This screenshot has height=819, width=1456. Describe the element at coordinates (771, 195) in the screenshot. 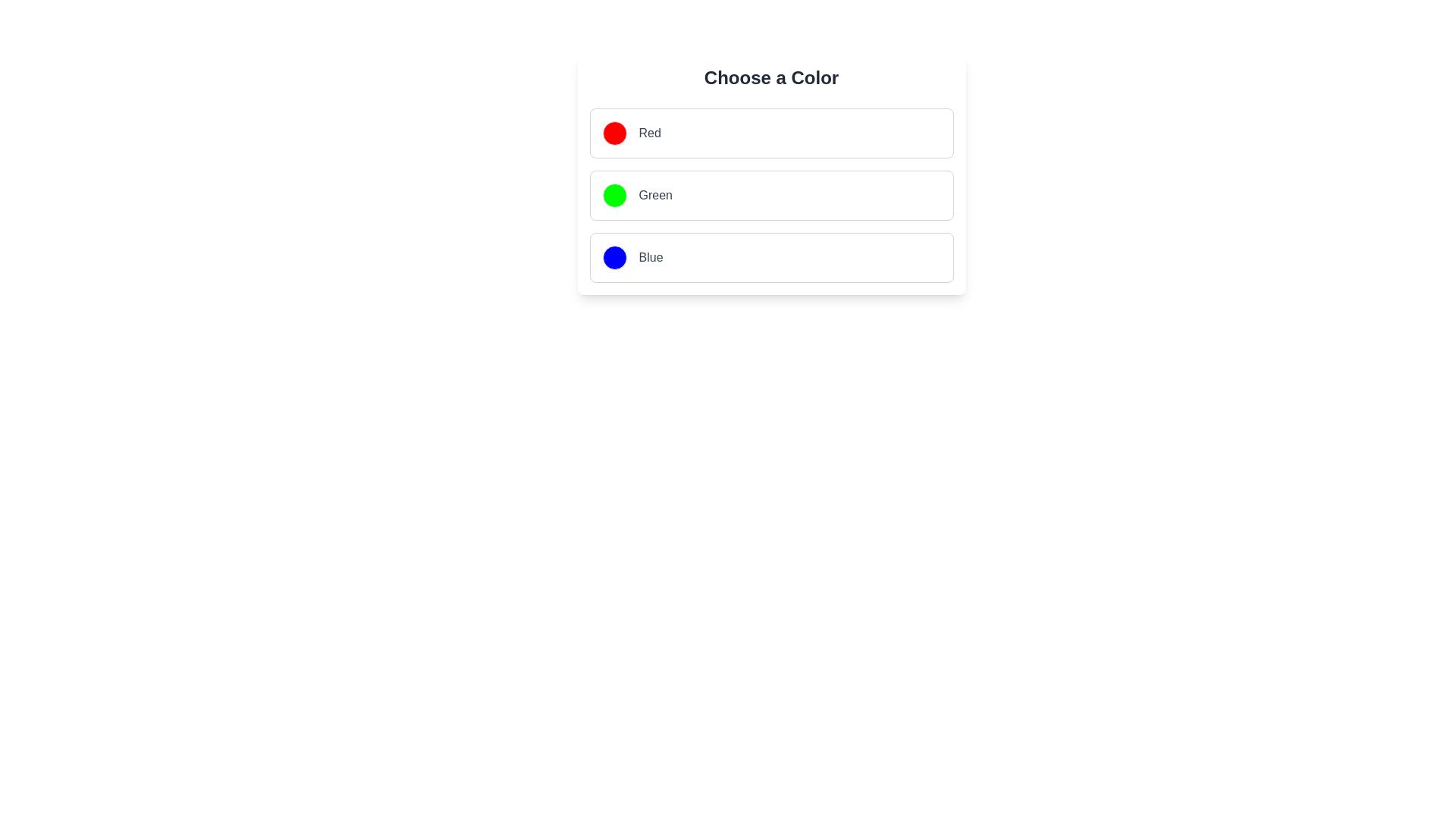

I see `the radio button` at that location.